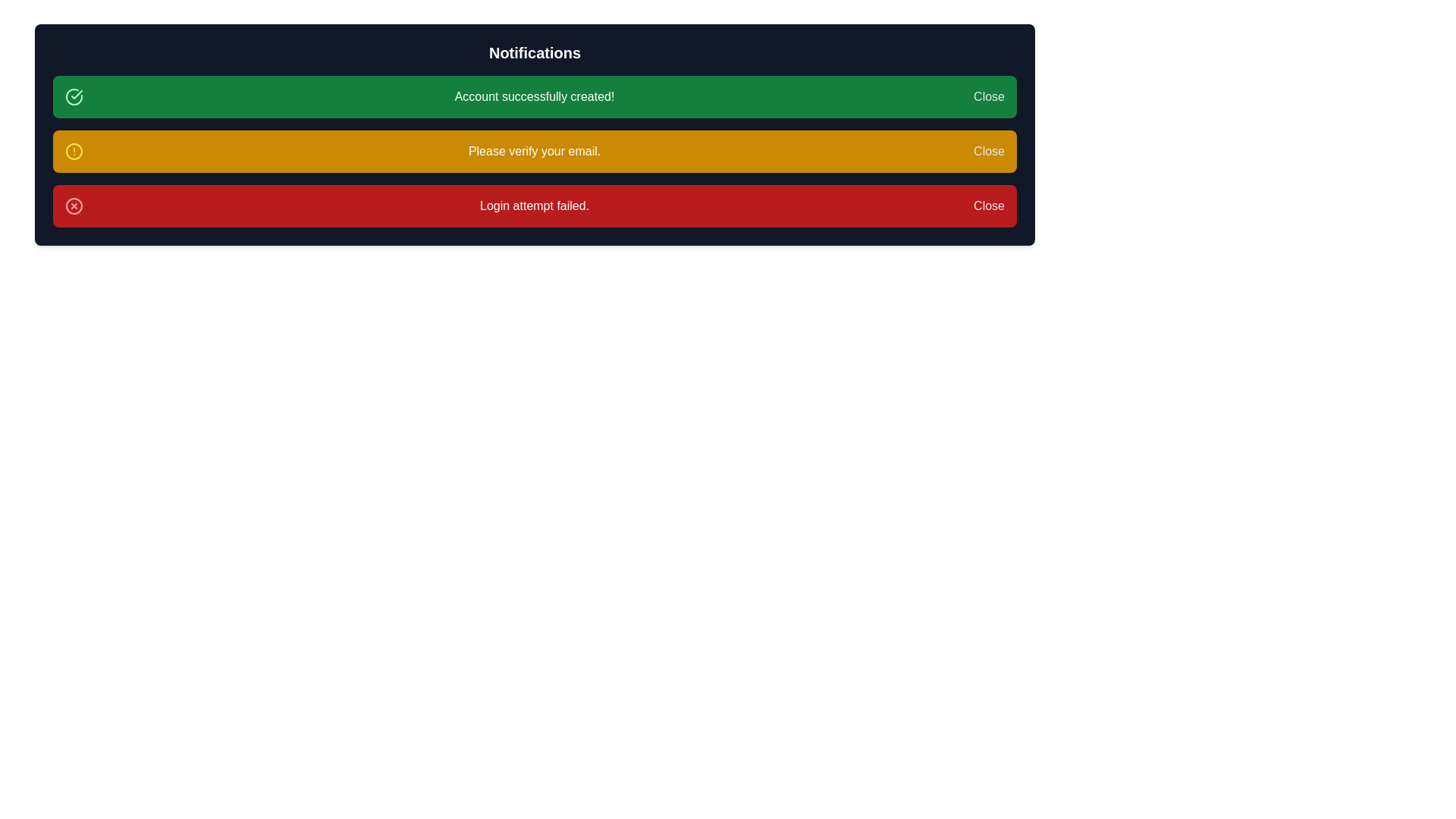 This screenshot has height=819, width=1456. I want to click on the rightmost button in the first notification bar, so click(989, 96).